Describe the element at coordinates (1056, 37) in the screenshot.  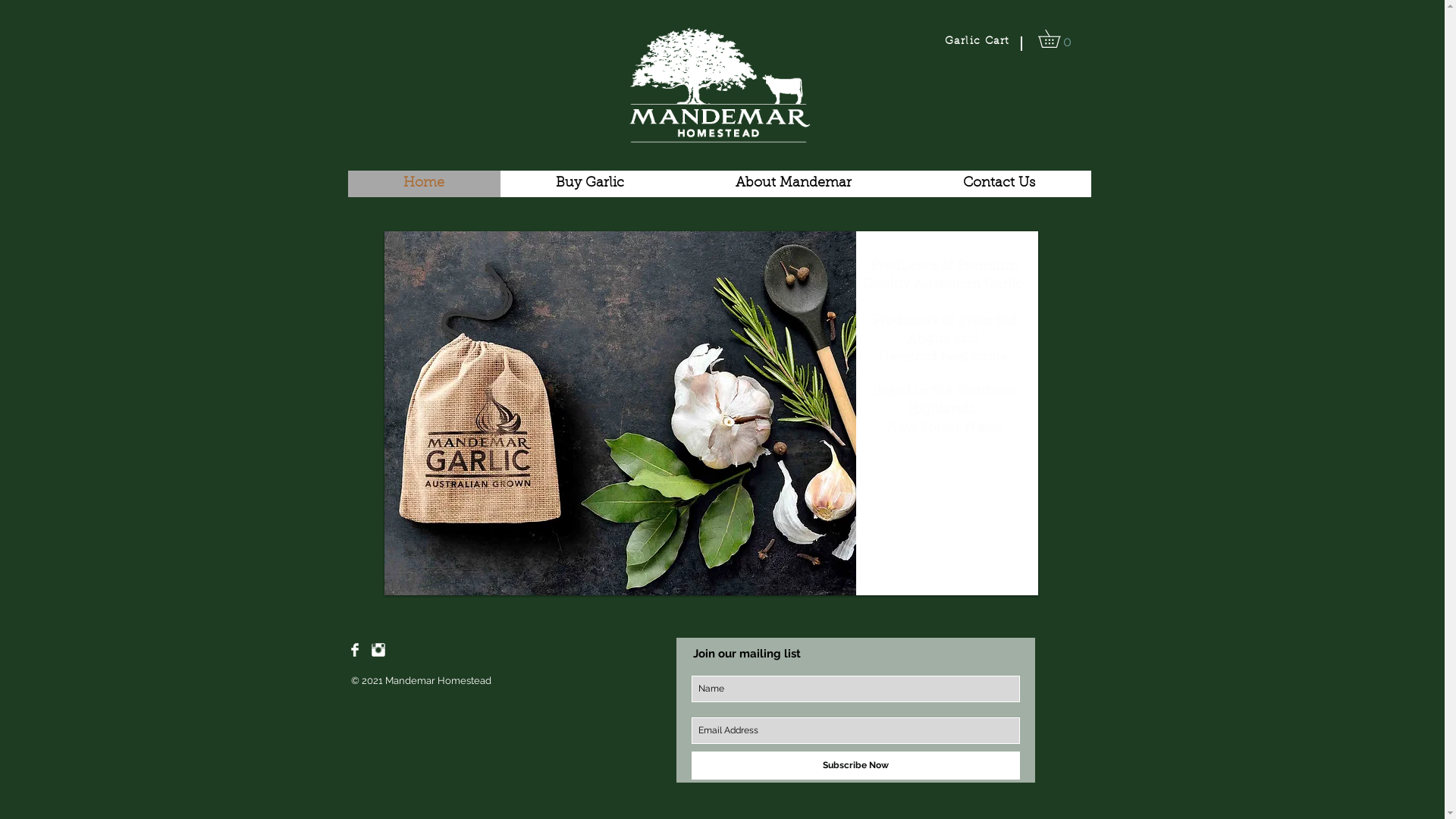
I see `'0'` at that location.